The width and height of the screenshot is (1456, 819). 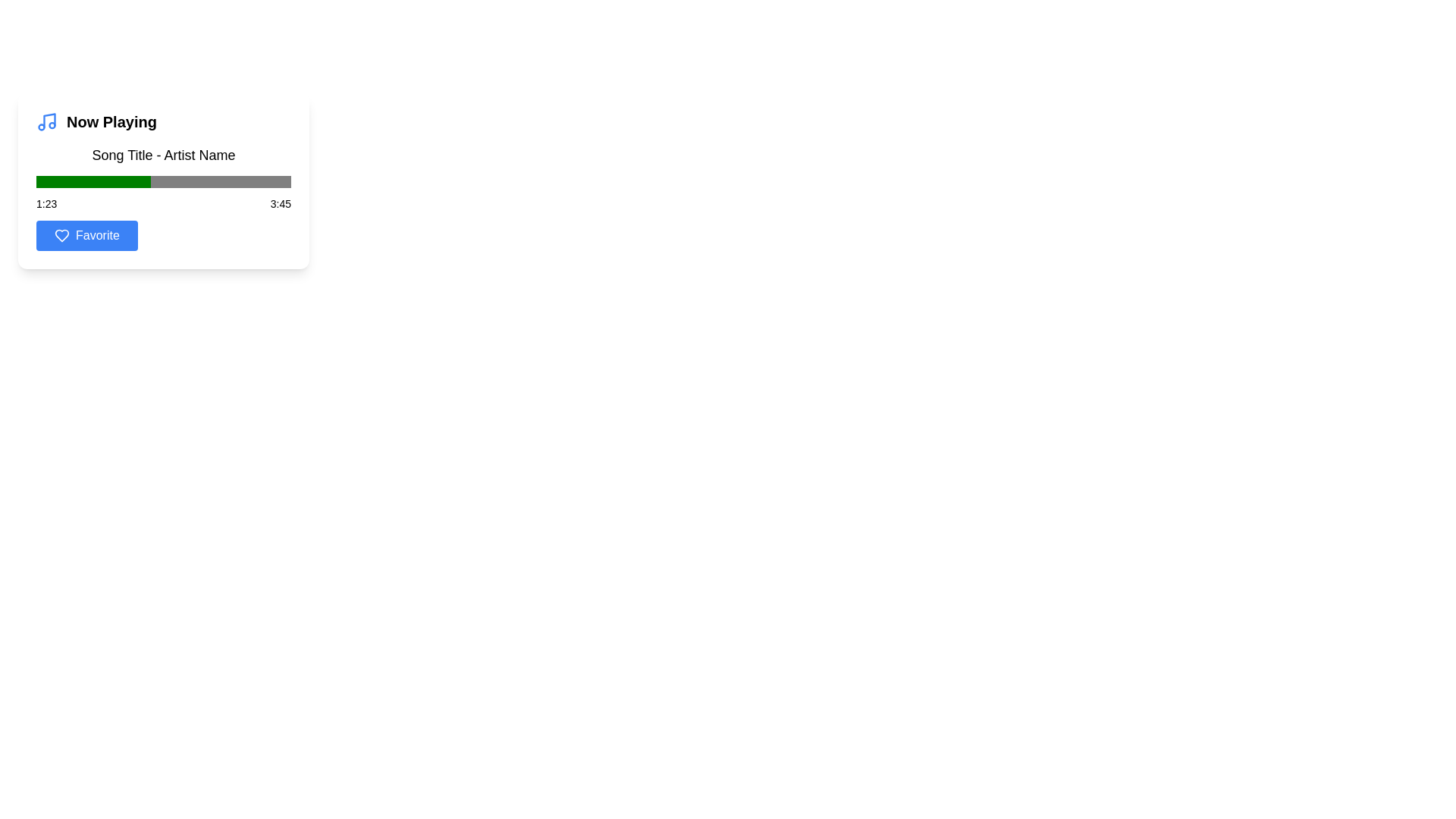 I want to click on the heart-shaped SVG icon located within the 'Favorite' button beneath the music player card, so click(x=61, y=236).